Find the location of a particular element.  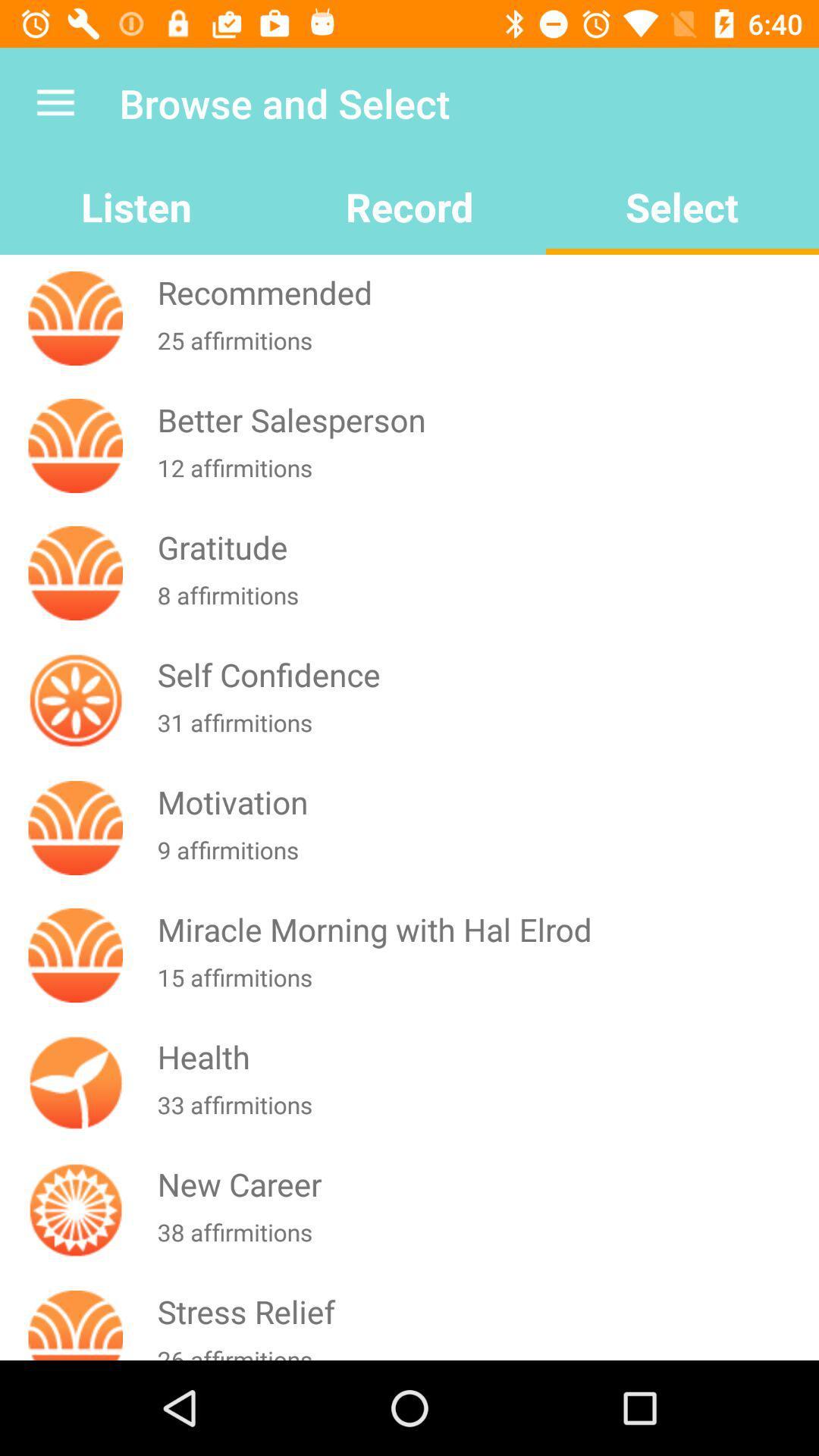

38 affirmitions item is located at coordinates (485, 1241).